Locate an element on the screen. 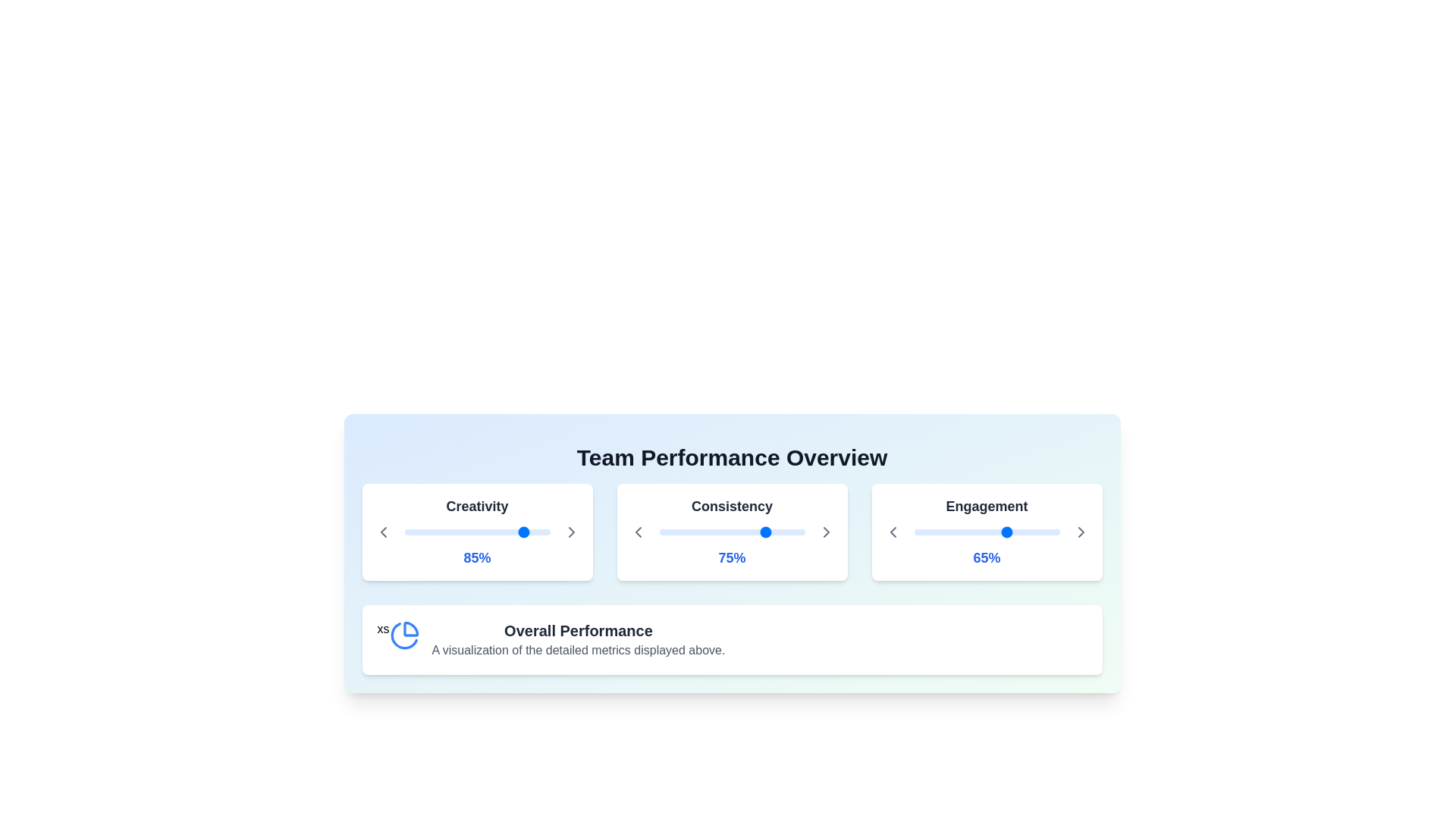 This screenshot has height=819, width=1456. the Engagement slider is located at coordinates (915, 532).